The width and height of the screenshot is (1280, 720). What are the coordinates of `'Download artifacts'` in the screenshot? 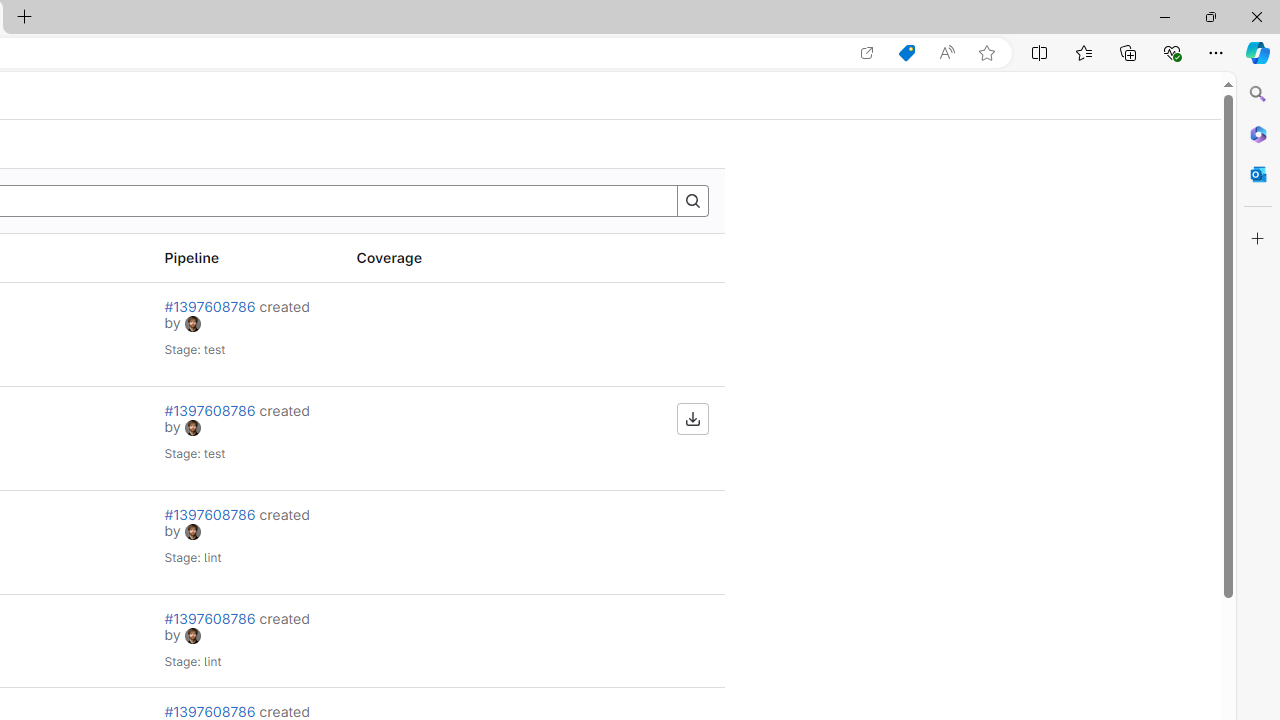 It's located at (692, 418).